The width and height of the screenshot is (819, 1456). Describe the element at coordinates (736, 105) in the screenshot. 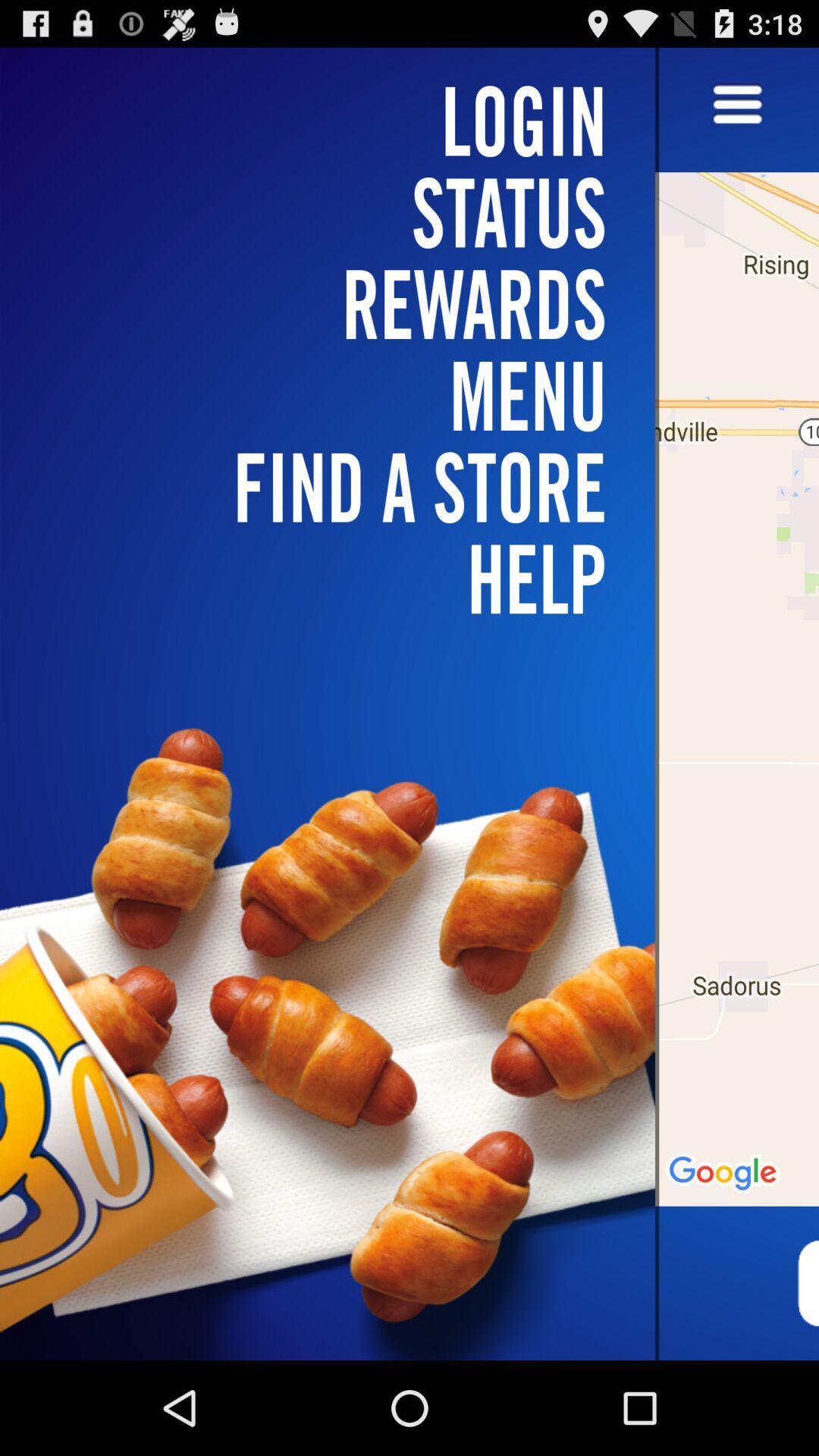

I see `menu` at that location.